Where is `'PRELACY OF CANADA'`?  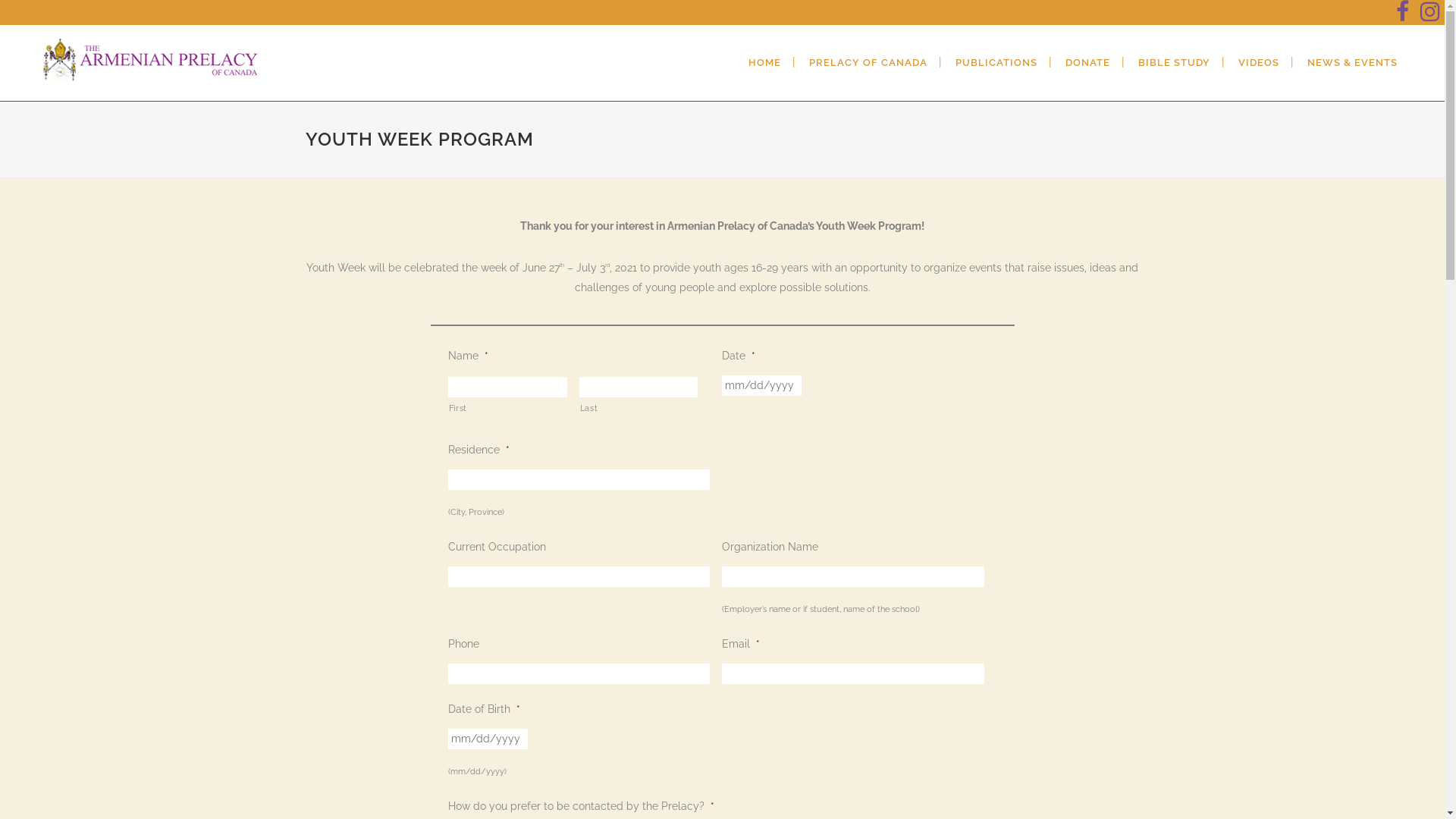
'PRELACY OF CANADA' is located at coordinates (868, 62).